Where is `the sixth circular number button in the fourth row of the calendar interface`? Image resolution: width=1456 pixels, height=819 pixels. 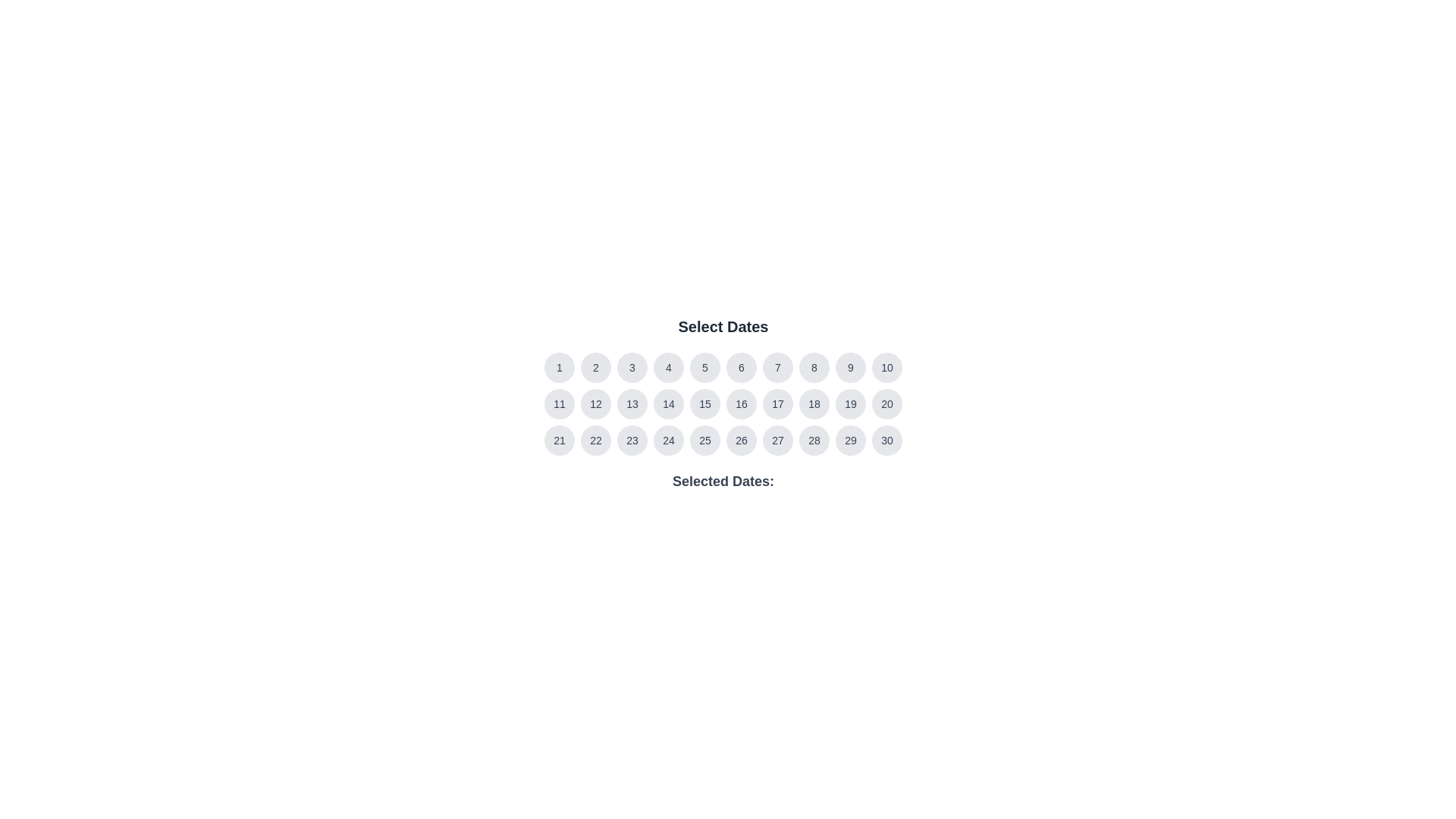 the sixth circular number button in the fourth row of the calendar interface is located at coordinates (742, 441).